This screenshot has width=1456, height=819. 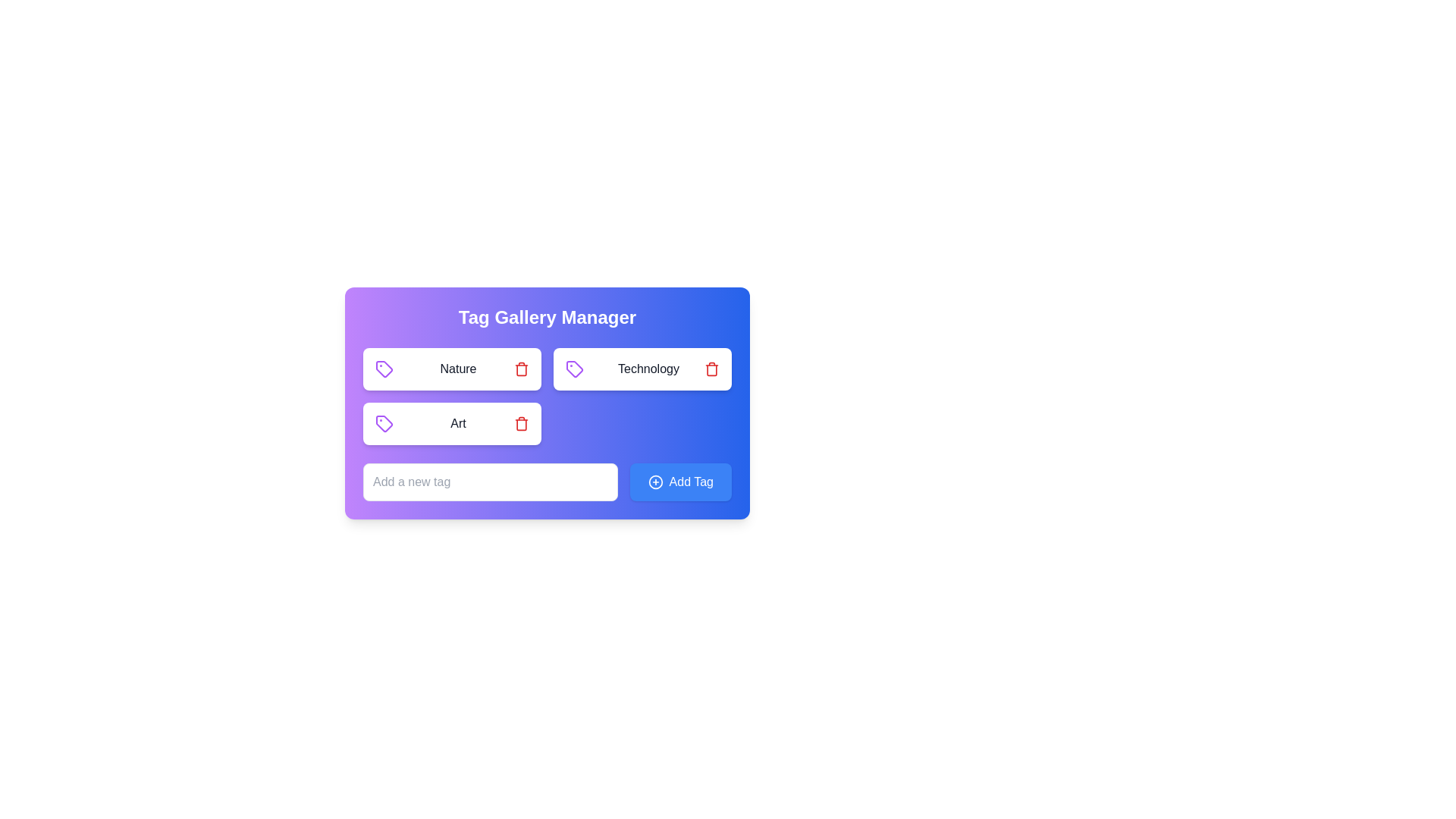 I want to click on the delete icon located at the far right of the white rectangular box labeled 'Technology', so click(x=711, y=369).